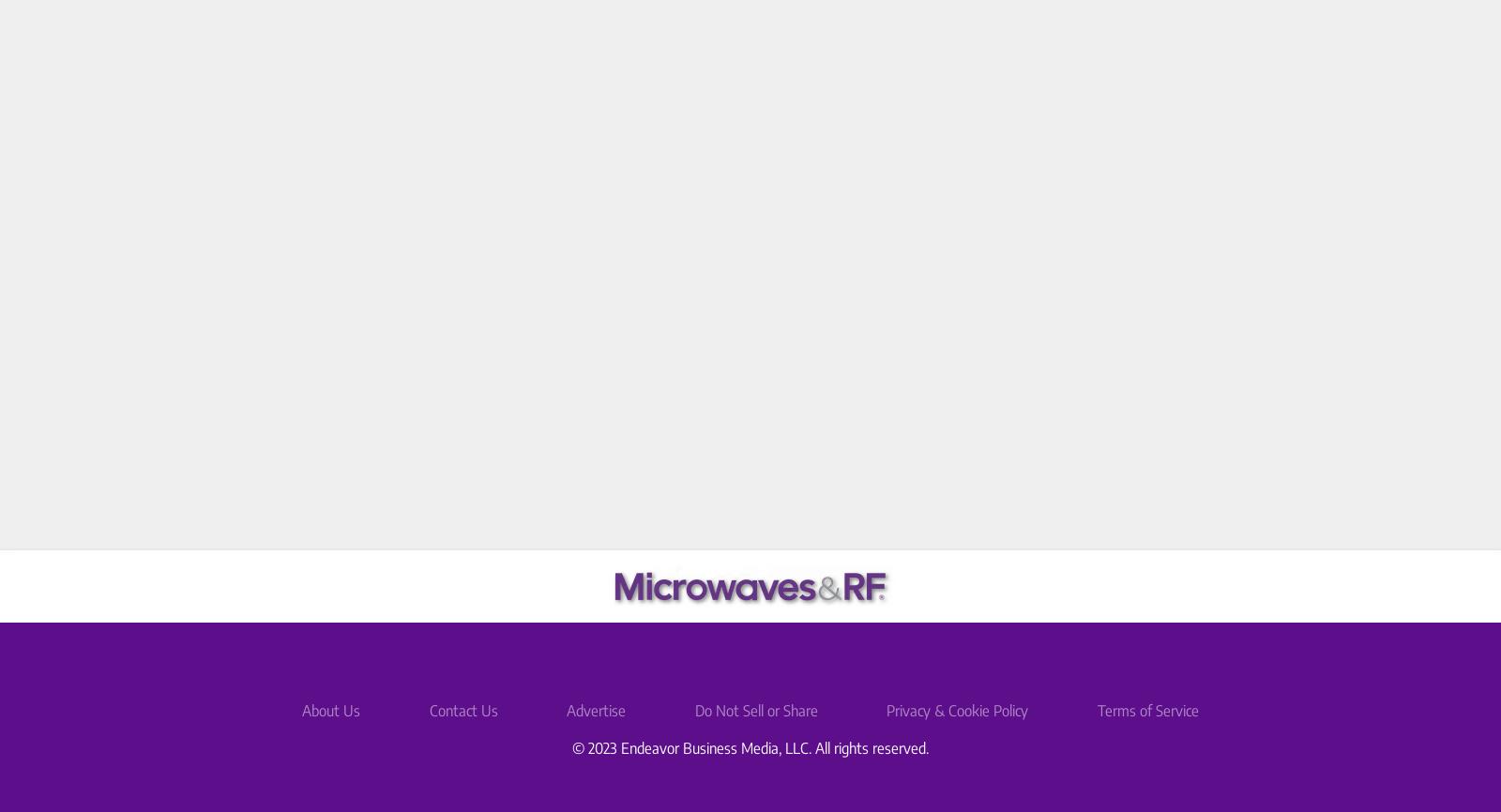 The image size is (1501, 812). I want to click on '© 2023 Endeavor Business Media, LLC. All rights reserved.', so click(750, 745).